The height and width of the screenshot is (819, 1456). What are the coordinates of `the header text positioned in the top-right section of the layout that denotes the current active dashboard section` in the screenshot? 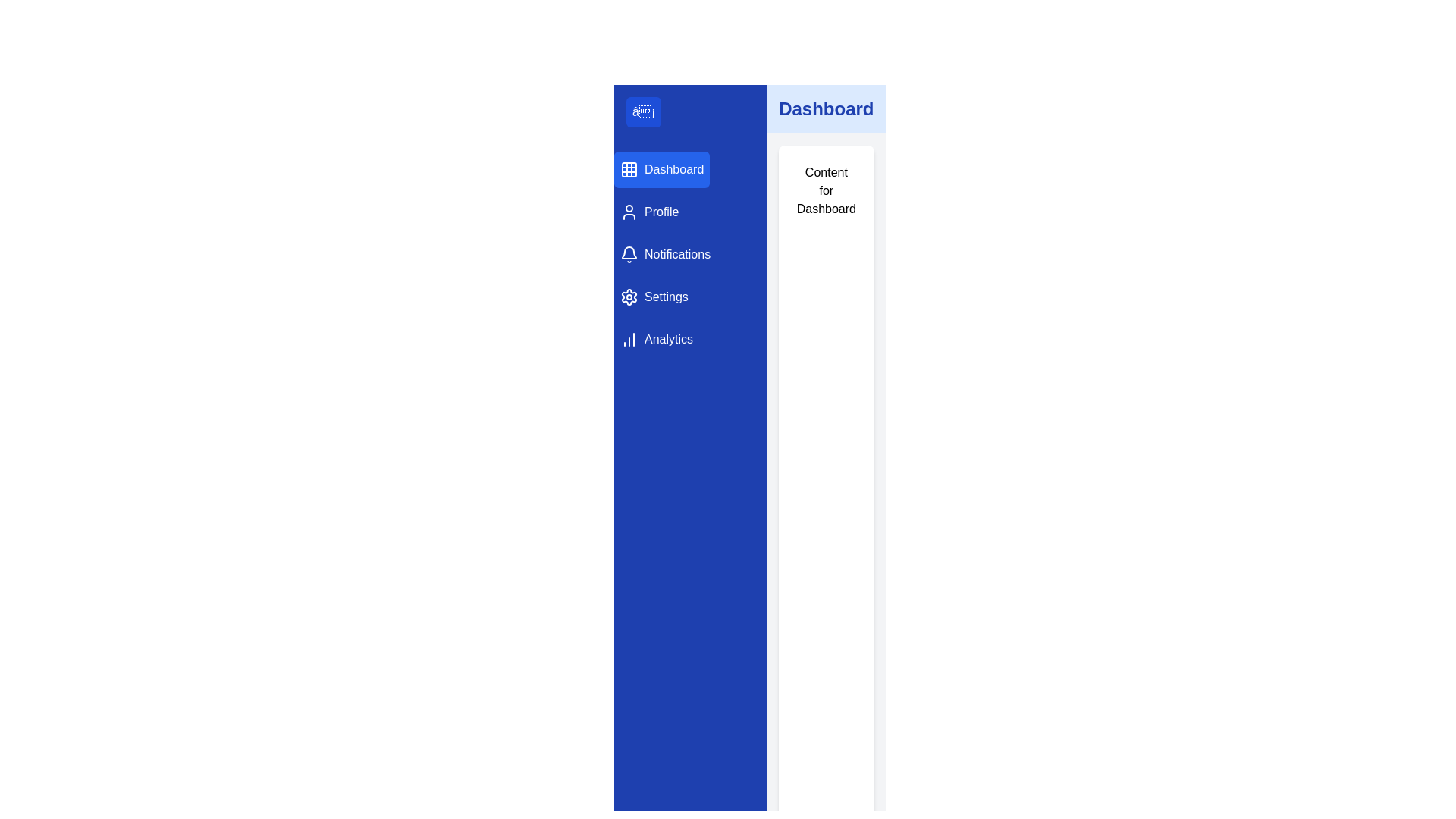 It's located at (825, 108).